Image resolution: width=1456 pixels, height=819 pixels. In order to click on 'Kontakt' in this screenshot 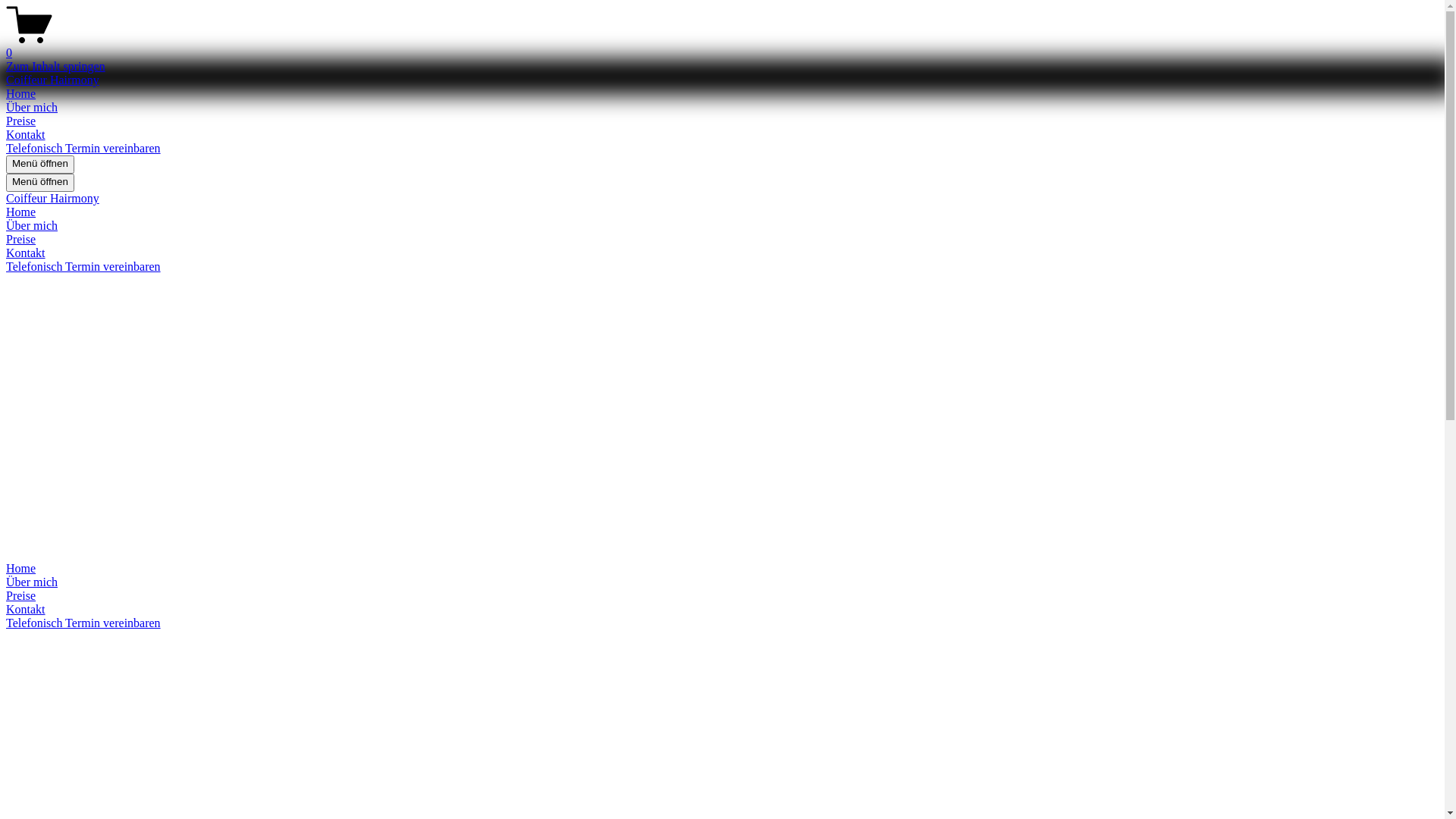, I will do `click(6, 608)`.